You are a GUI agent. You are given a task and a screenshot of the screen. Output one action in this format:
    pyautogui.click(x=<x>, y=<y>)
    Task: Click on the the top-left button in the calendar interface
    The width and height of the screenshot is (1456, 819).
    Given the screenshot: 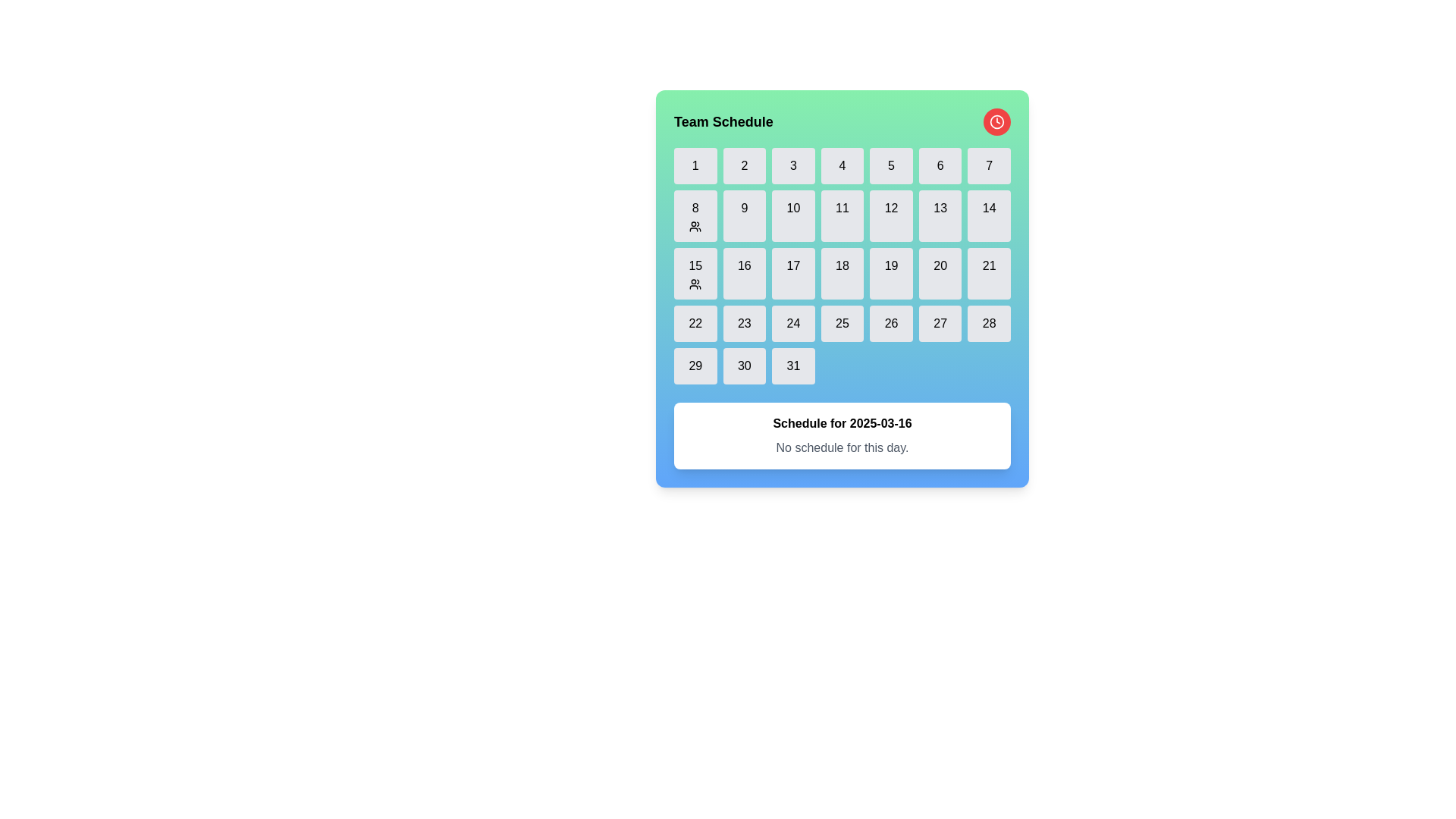 What is the action you would take?
    pyautogui.click(x=694, y=166)
    